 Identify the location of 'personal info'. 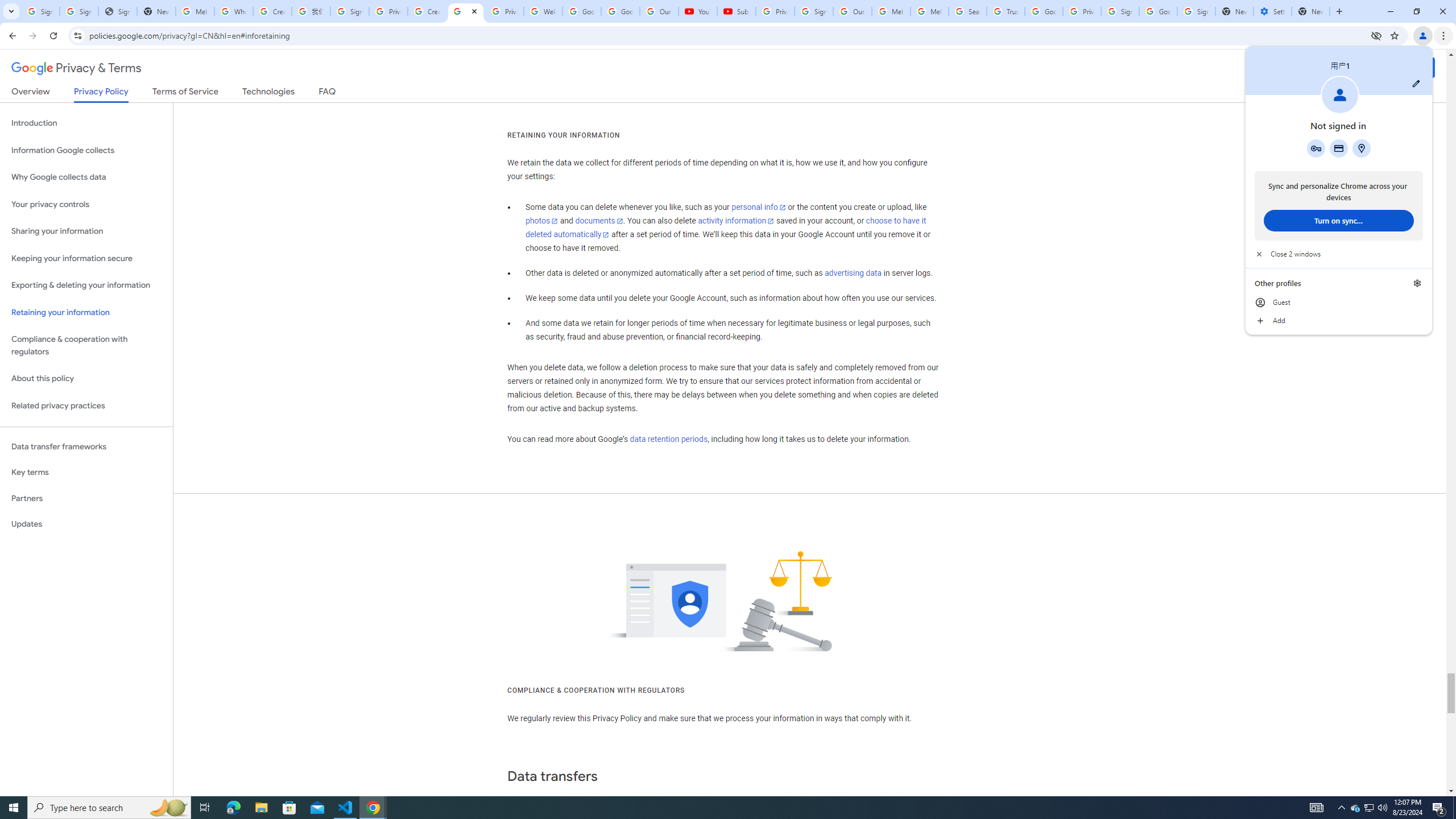
(758, 207).